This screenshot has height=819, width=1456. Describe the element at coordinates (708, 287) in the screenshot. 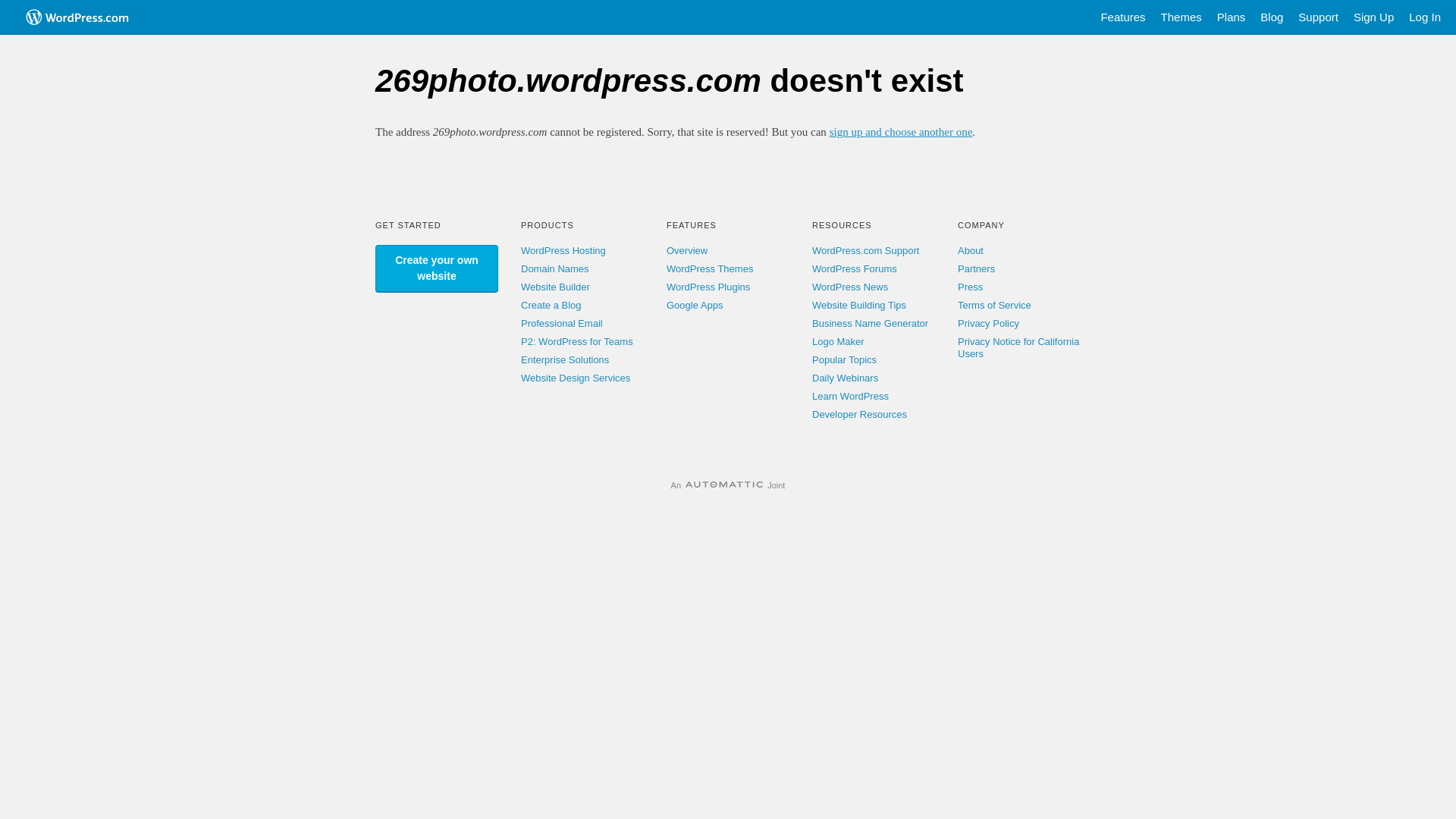

I see `'WordPress Plugins'` at that location.